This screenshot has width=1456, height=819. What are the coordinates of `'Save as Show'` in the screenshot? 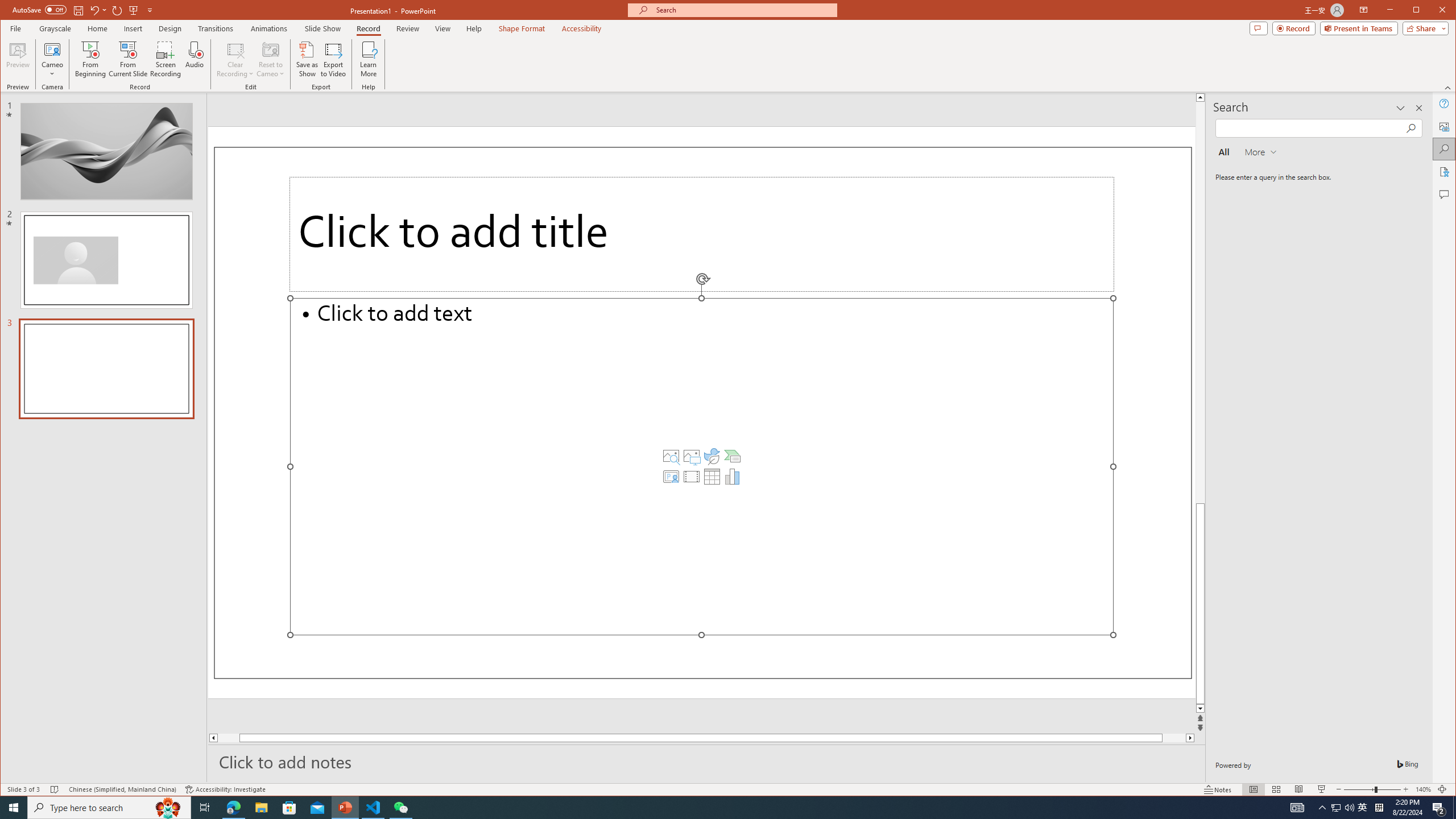 It's located at (308, 59).